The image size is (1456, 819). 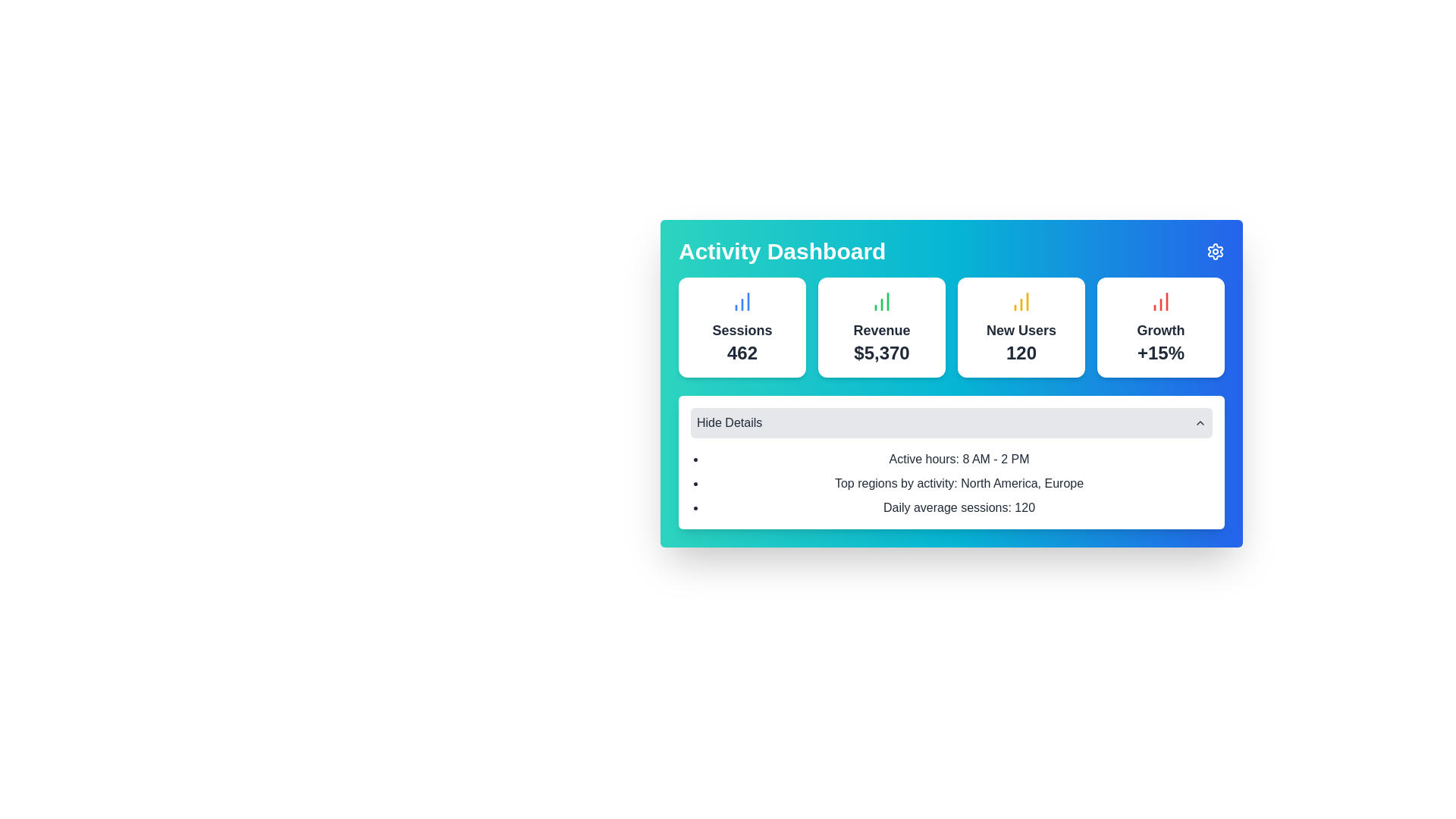 I want to click on static text label that displays 'Daily average sessions: 120', which is the third item in the bulleted list under the 'Hide Details' section, so click(x=959, y=508).